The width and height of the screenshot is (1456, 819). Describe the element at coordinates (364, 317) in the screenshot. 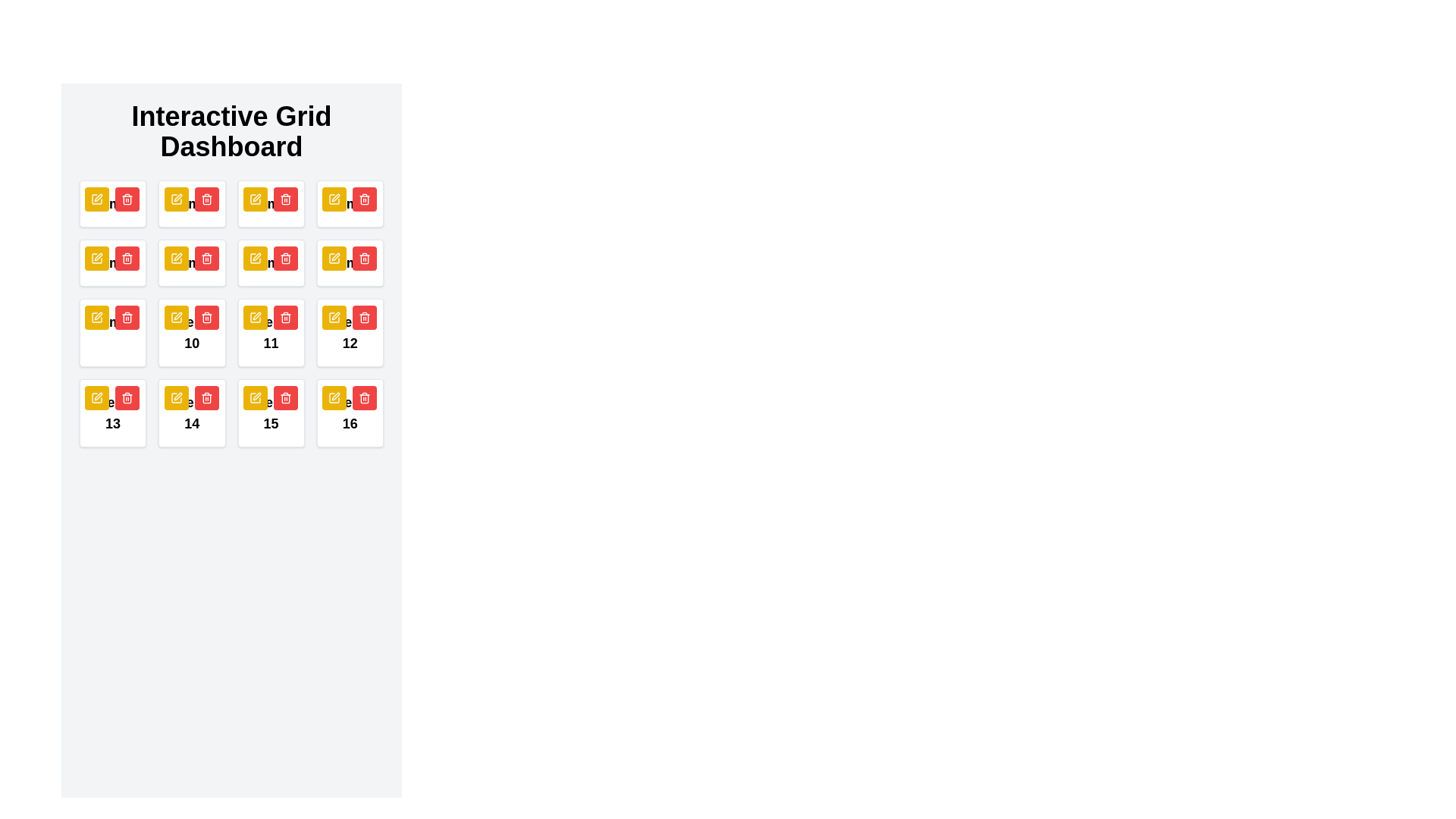

I see `the delete icon located on the right side of the fourth row in the 'Interactive Grid Dashboard'` at that location.